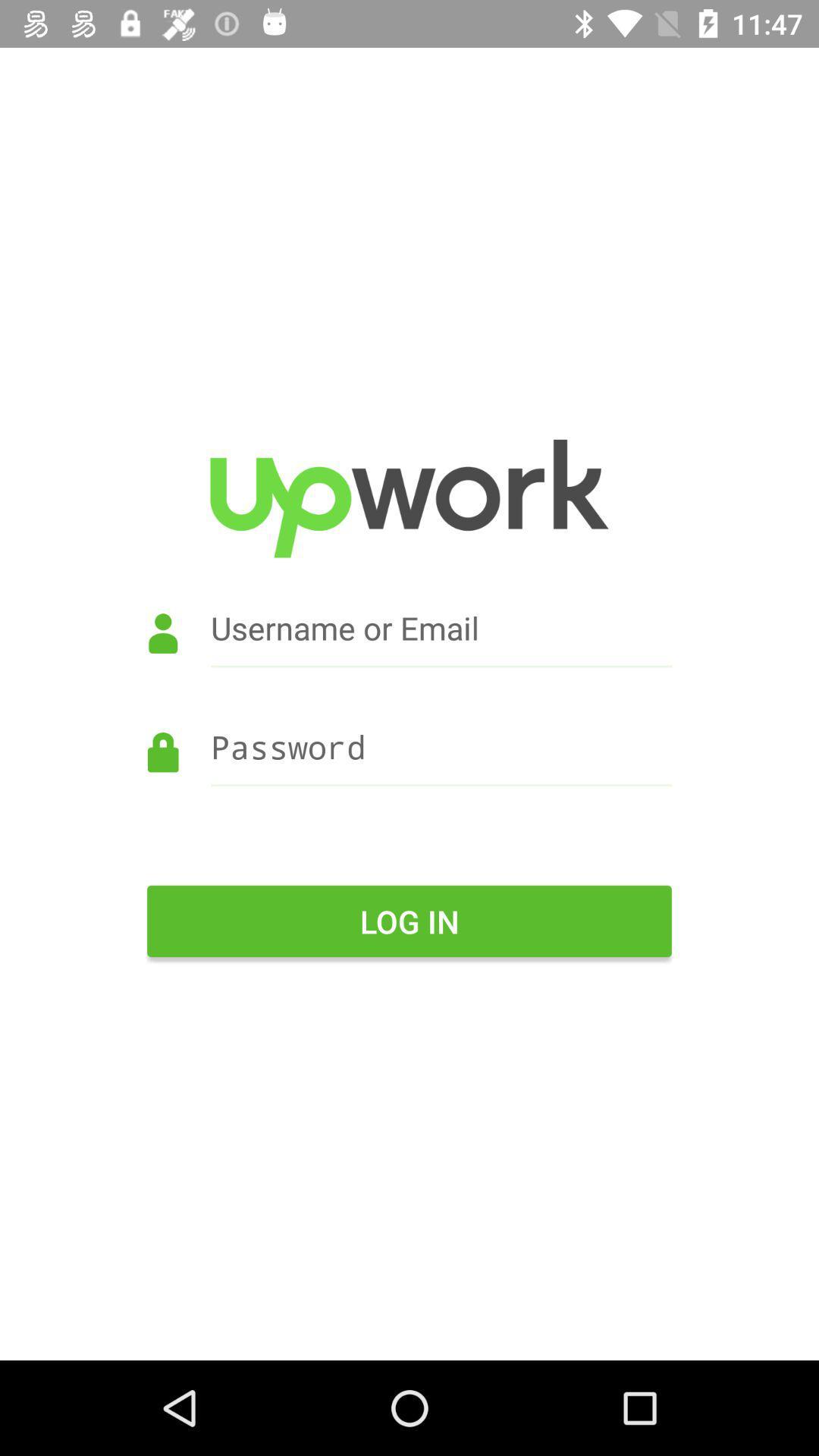  I want to click on username or email entry field, so click(409, 649).